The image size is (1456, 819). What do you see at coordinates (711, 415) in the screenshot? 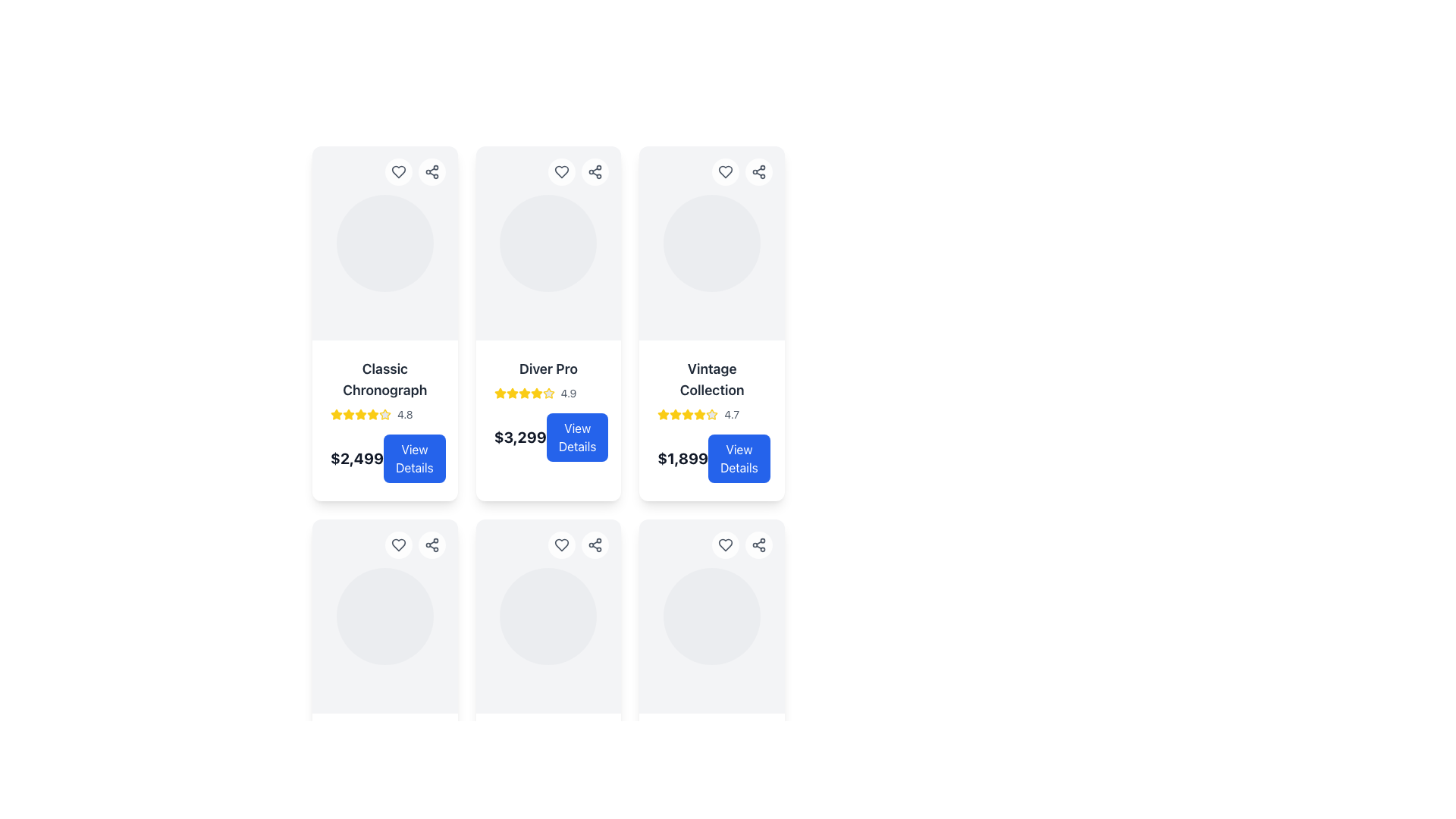
I see `the rating value of the yellow star icon representing the numerical rating of '4.7' for the Vintage Collection product` at bounding box center [711, 415].